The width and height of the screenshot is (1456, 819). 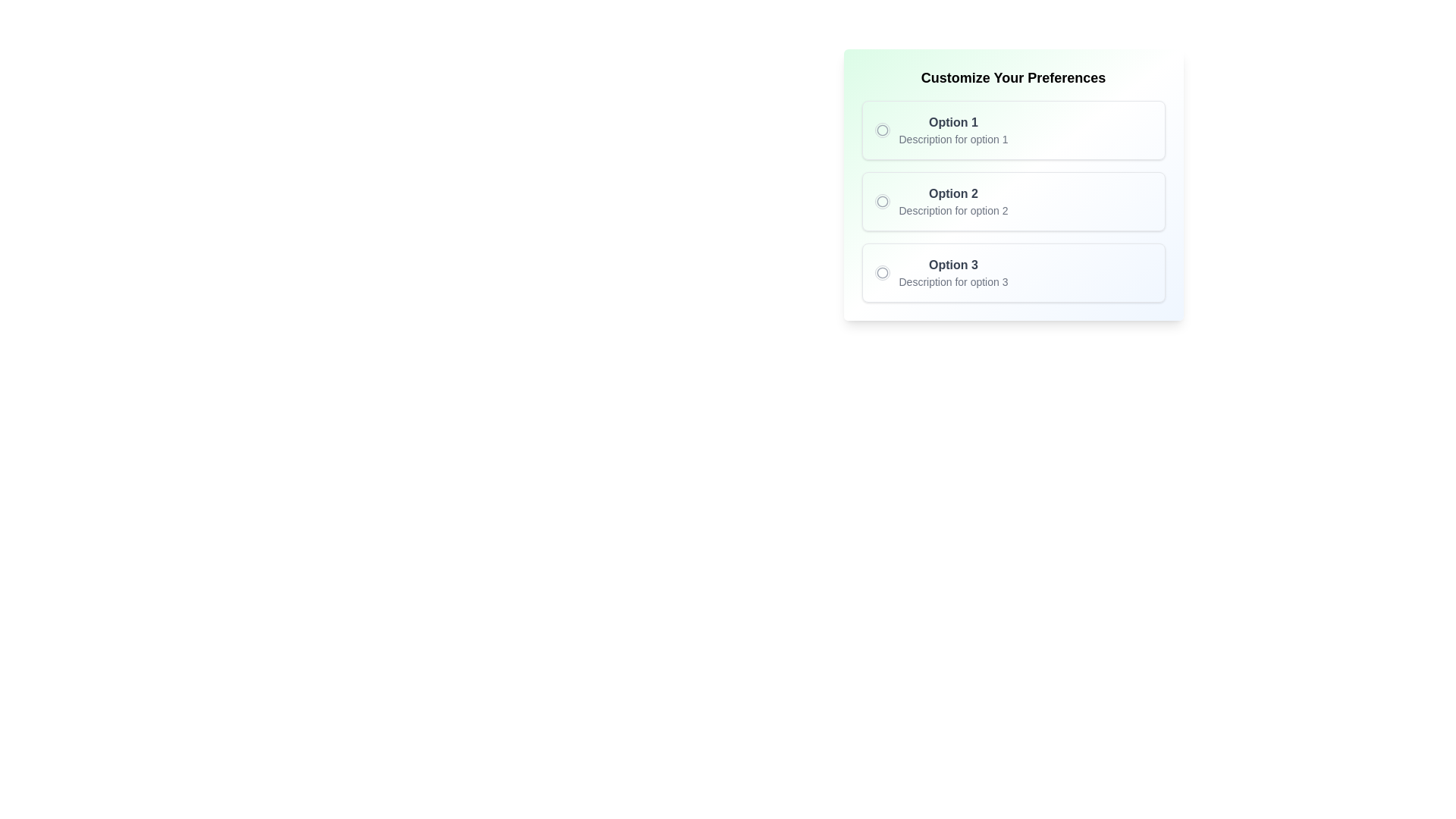 What do you see at coordinates (952, 271) in the screenshot?
I see `the 'Option 3' text label and description pair` at bounding box center [952, 271].